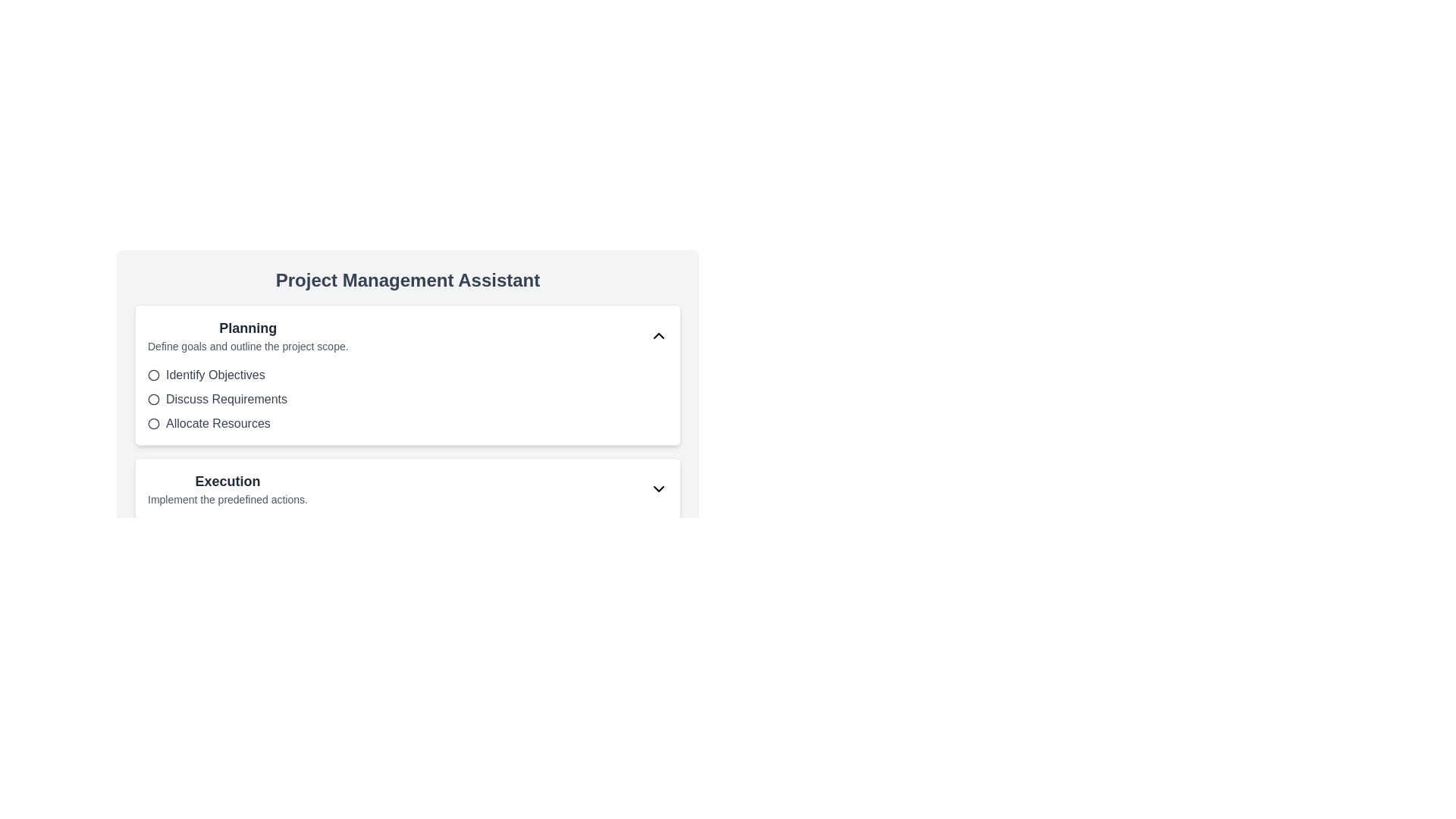  What do you see at coordinates (248, 335) in the screenshot?
I see `the Text Block titled 'Planning' which includes a bold header and a smaller description text, located in the middle section of a vertical list` at bounding box center [248, 335].